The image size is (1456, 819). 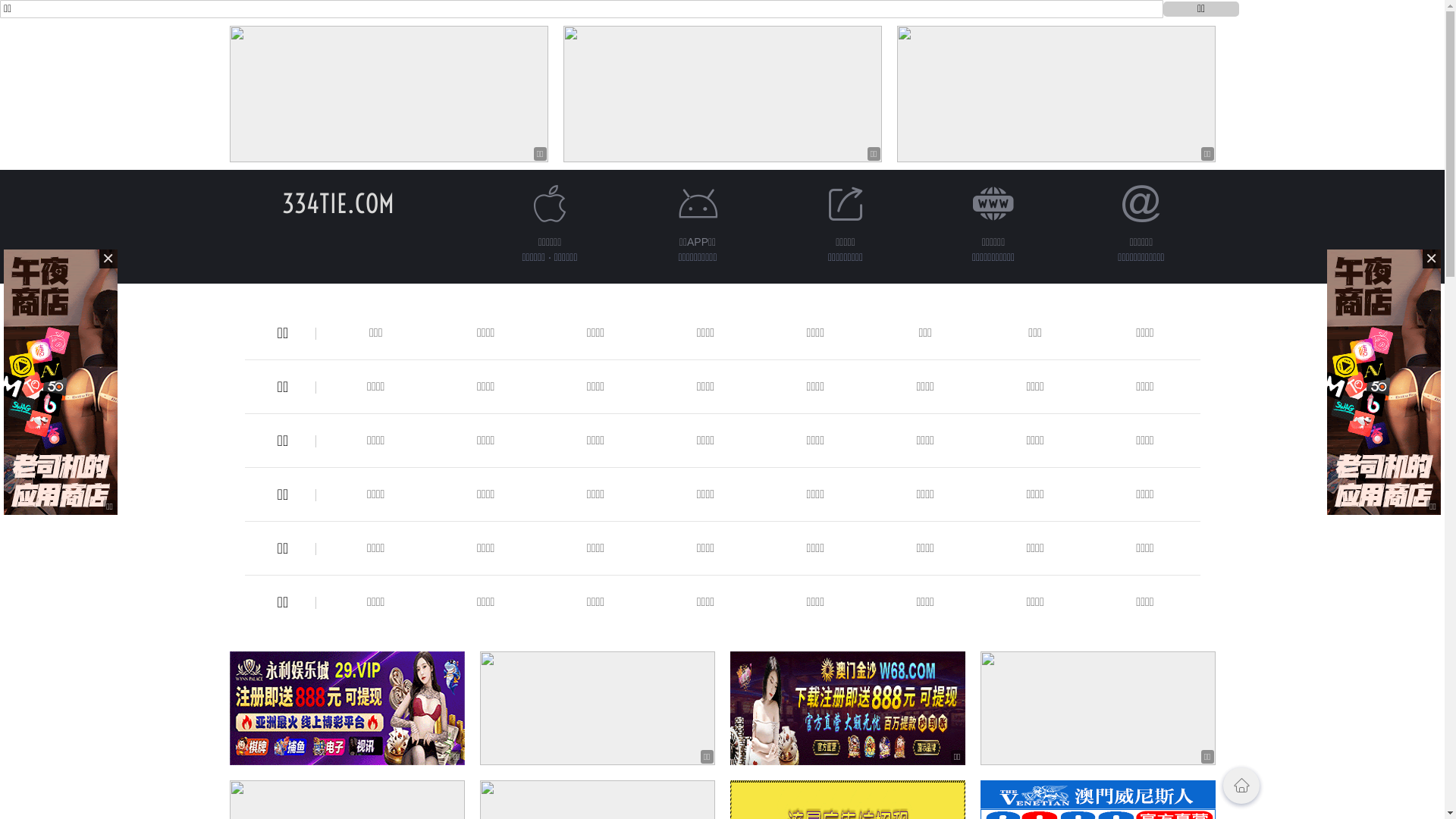 What do you see at coordinates (337, 202) in the screenshot?
I see `'334TIE.COM'` at bounding box center [337, 202].